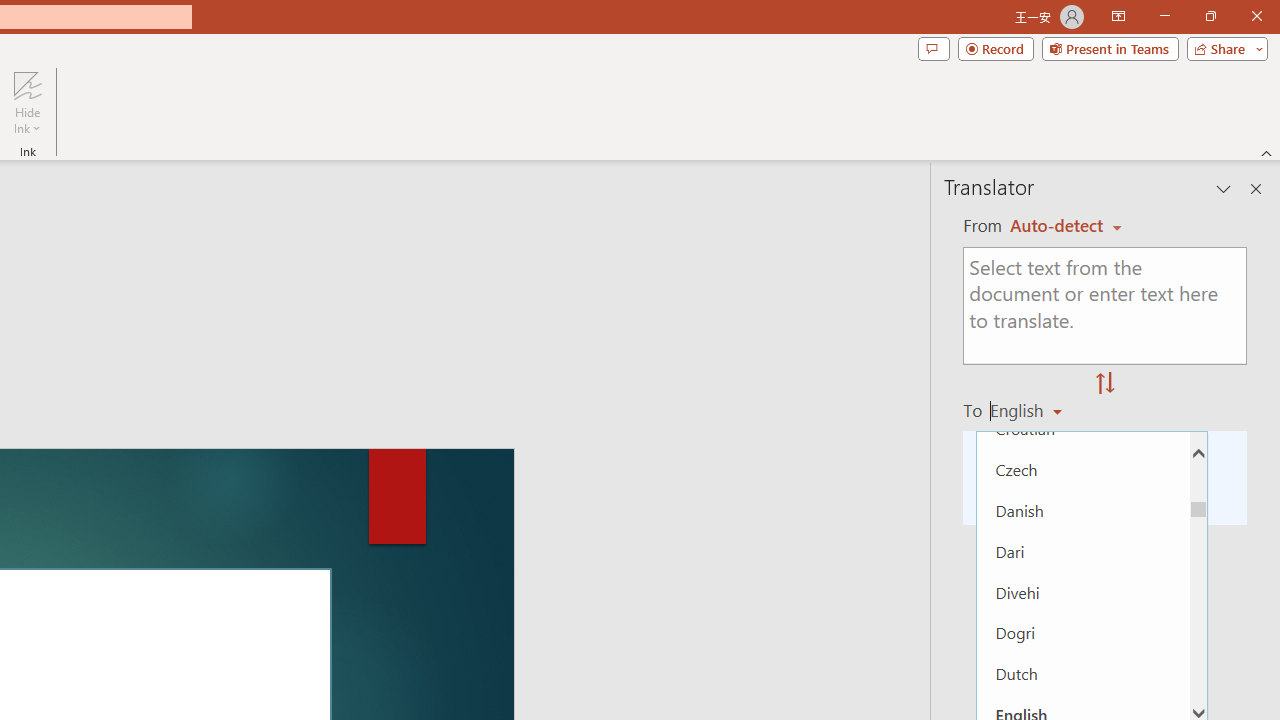 Image resolution: width=1280 pixels, height=720 pixels. What do you see at coordinates (1082, 632) in the screenshot?
I see `'Dogri'` at bounding box center [1082, 632].